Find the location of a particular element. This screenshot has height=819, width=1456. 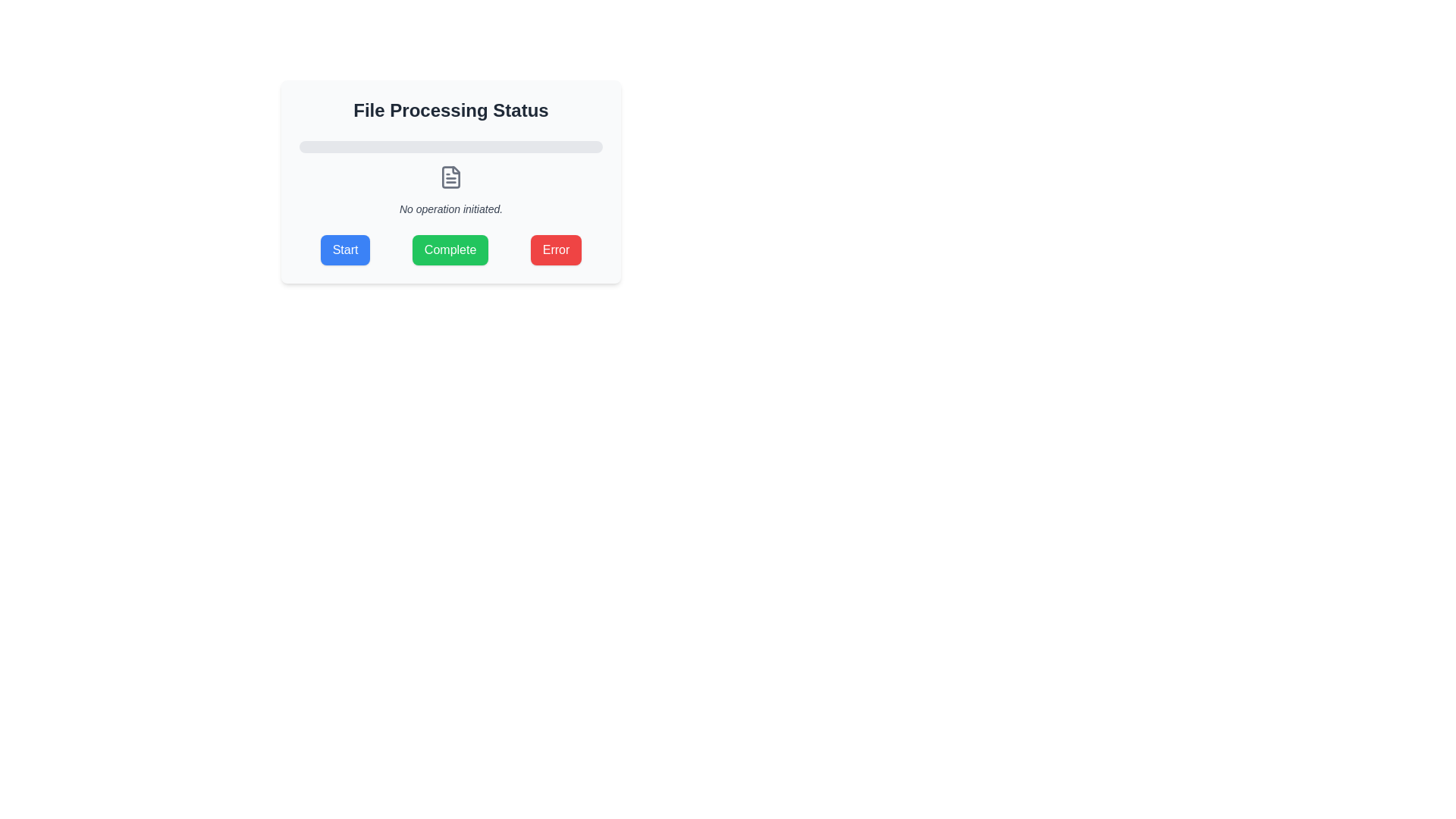

the green 'Complete' button with rounded corners located below the 'File Processing Status' heading is located at coordinates (450, 249).